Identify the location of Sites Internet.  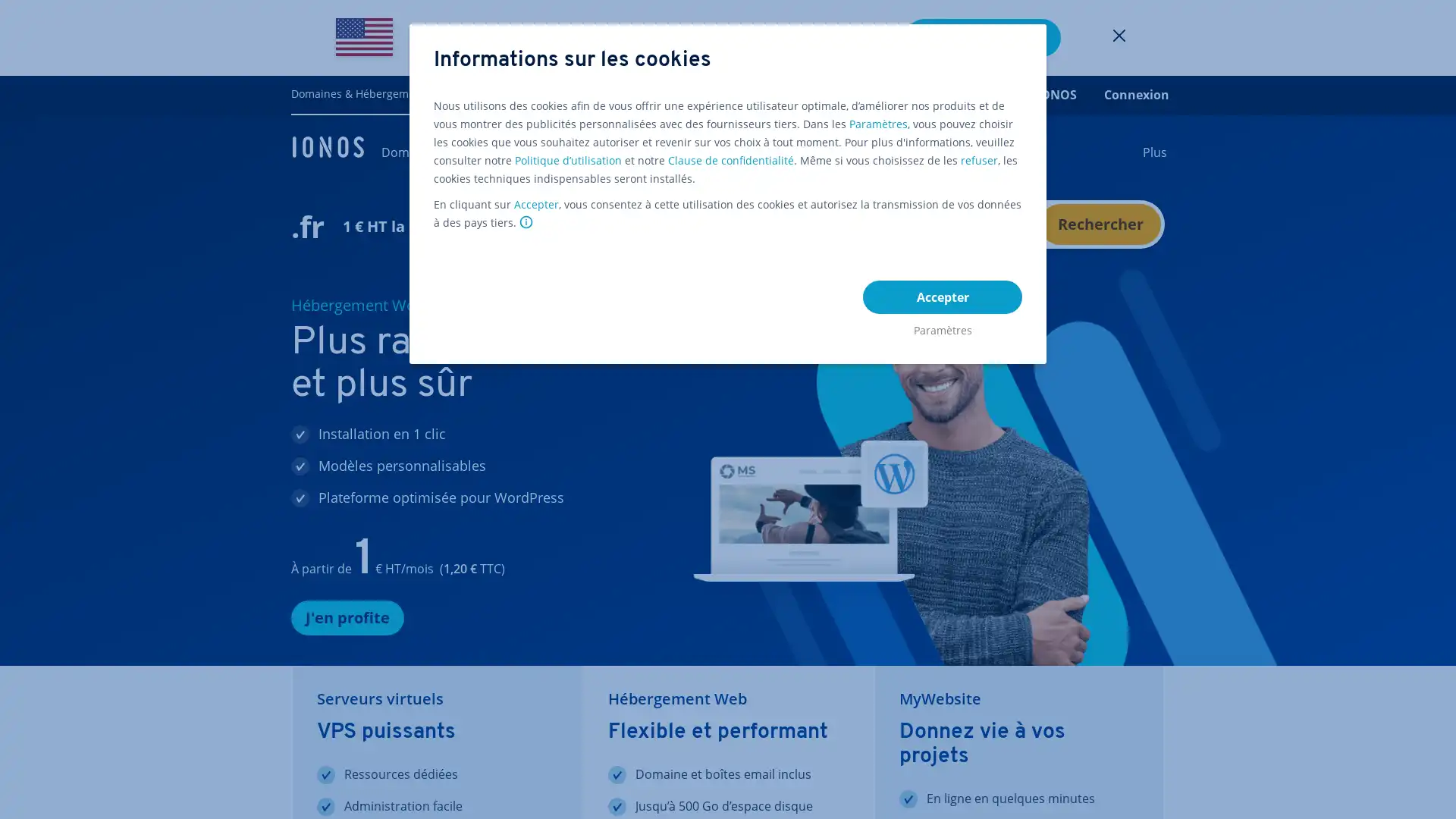
(497, 152).